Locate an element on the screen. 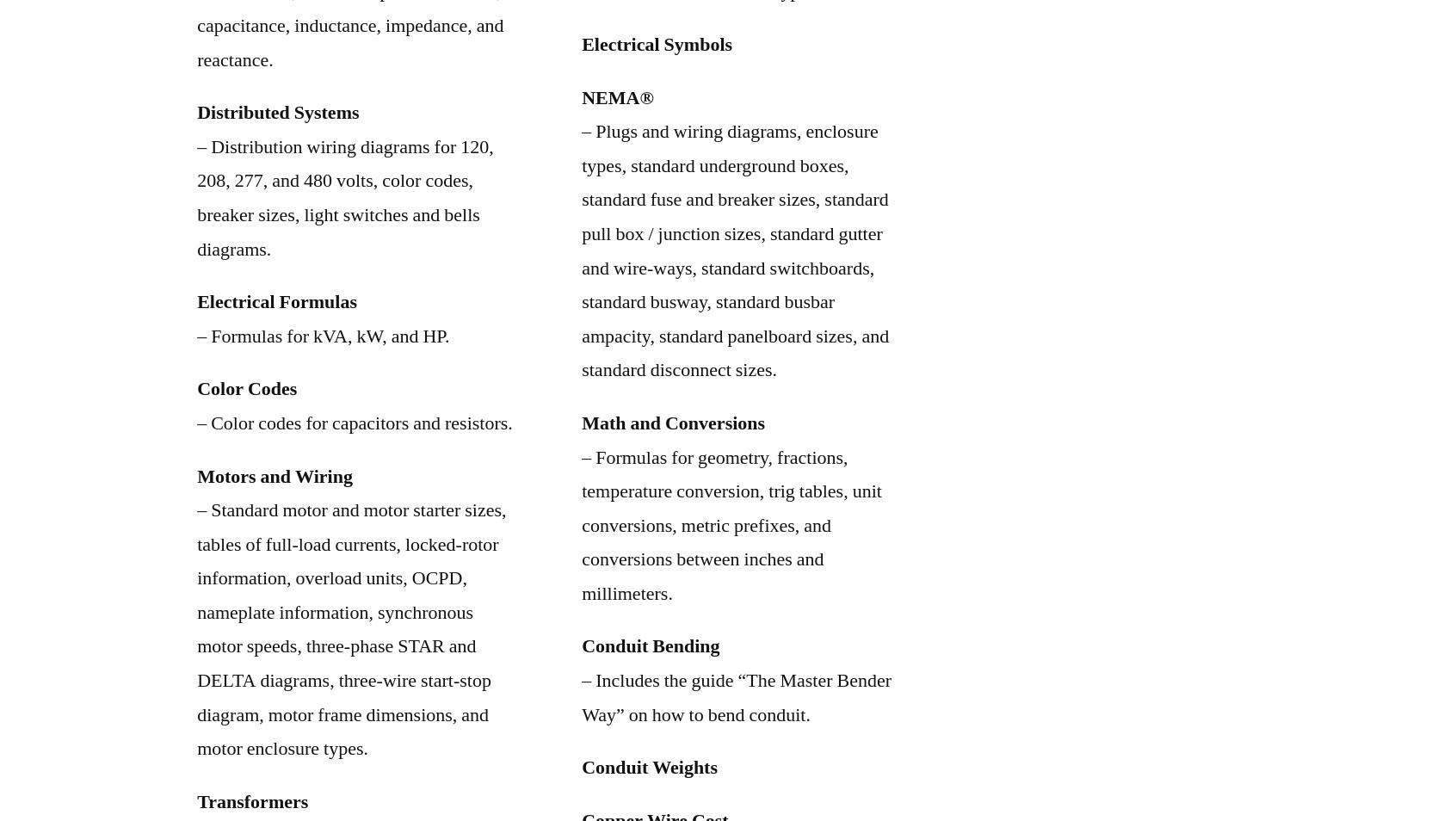  '– Includes the guide “The Master Bender Way” on how to bend conduit.' is located at coordinates (735, 697).